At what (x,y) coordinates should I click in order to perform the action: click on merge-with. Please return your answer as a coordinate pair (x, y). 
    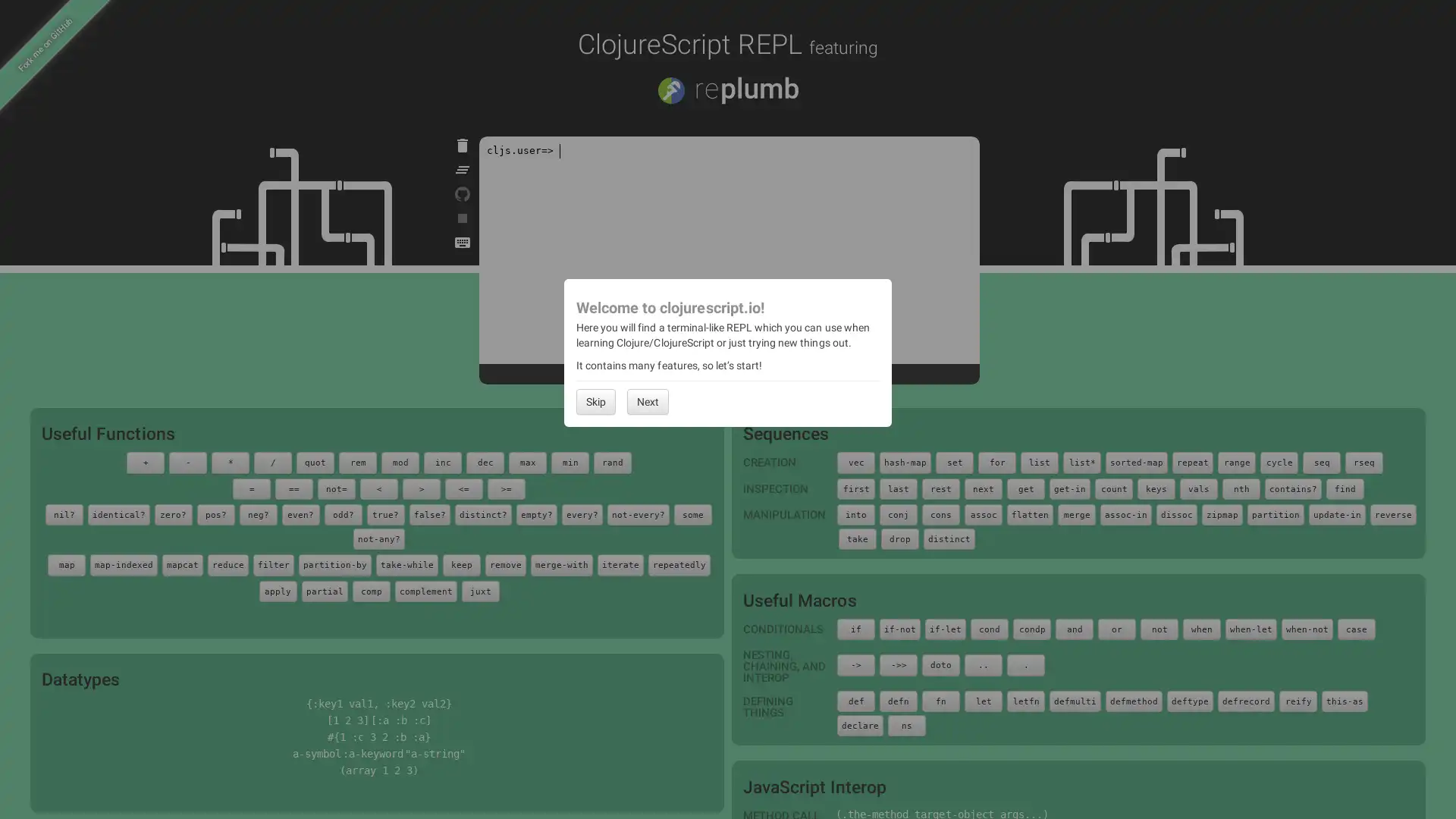
    Looking at the image, I should click on (560, 564).